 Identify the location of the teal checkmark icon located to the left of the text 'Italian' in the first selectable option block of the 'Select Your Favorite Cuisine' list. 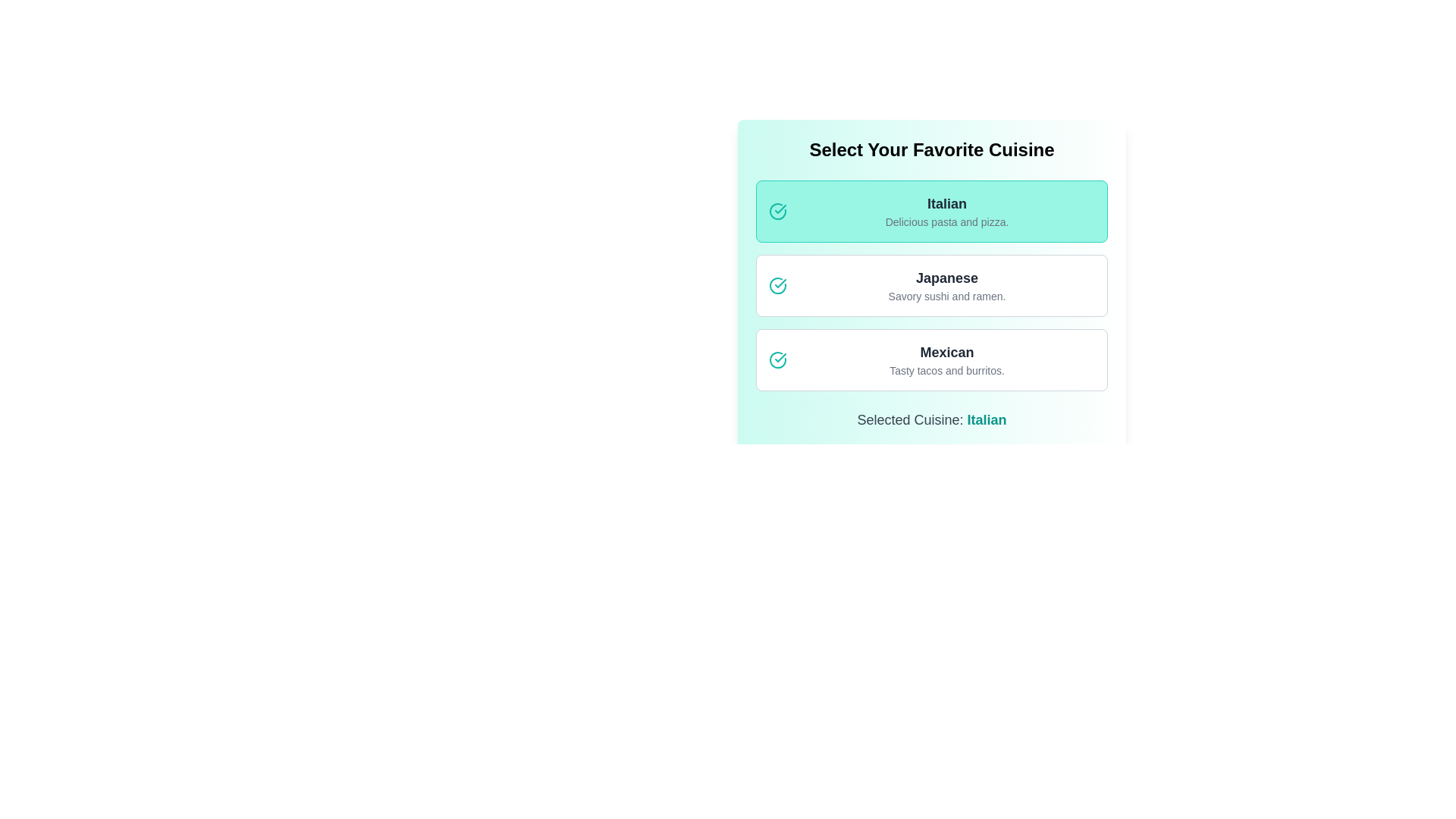
(778, 211).